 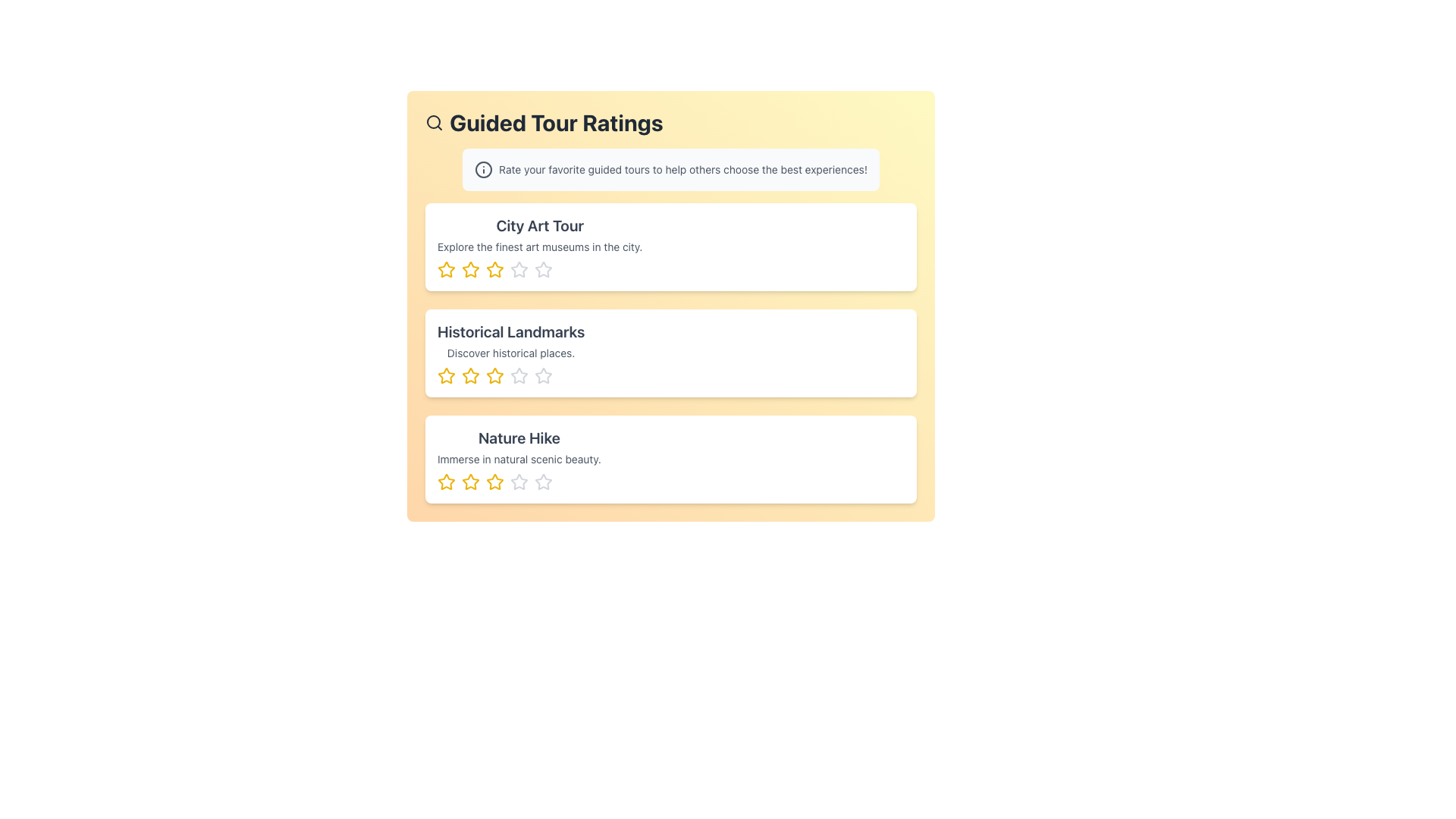 I want to click on the first star in the rating section for 'Nature Hike', so click(x=469, y=482).